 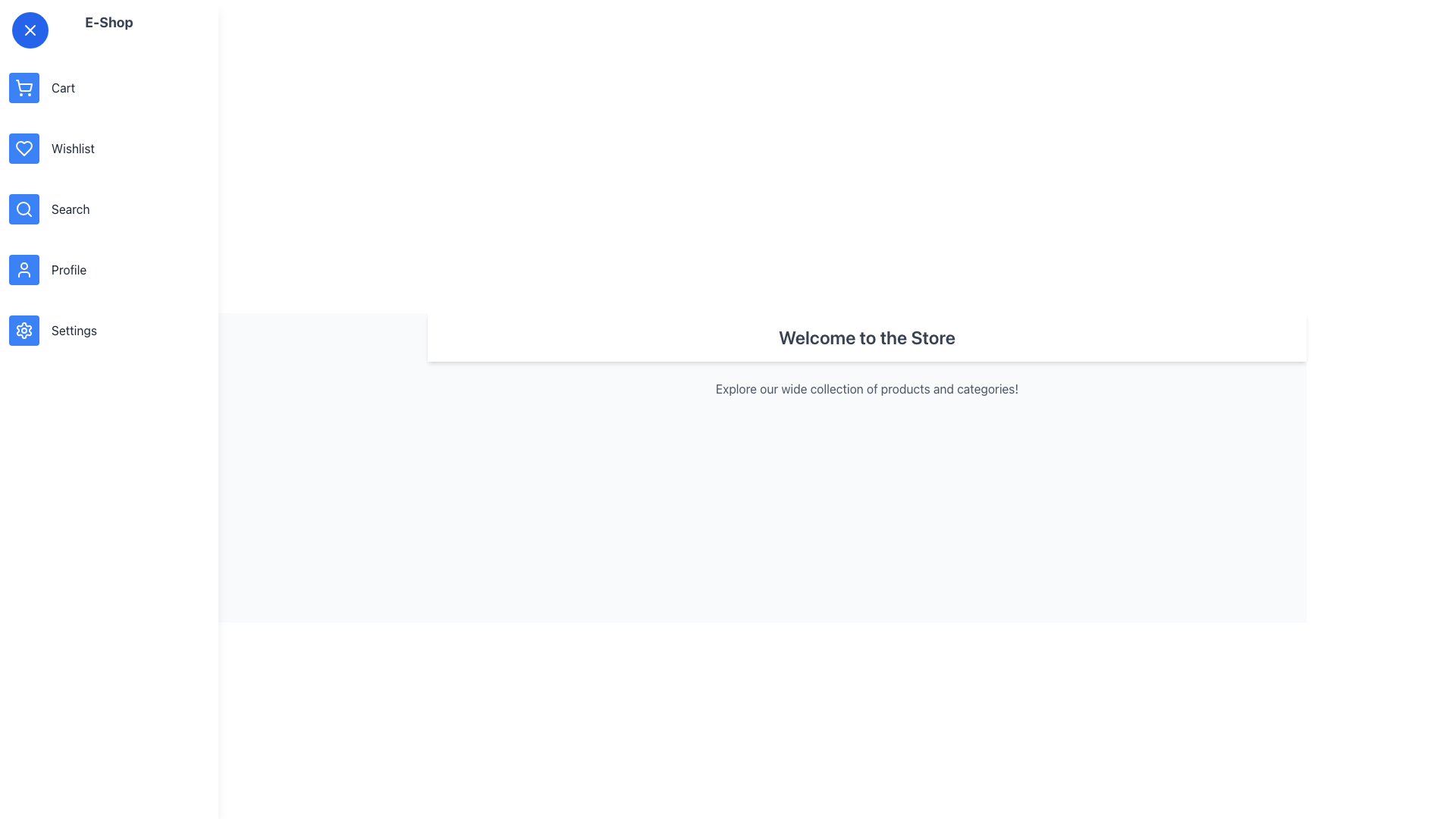 What do you see at coordinates (24, 149) in the screenshot?
I see `the blue heart icon representing the wishlist functionality located in the left-hand side navigation menu, next to the 'Wishlist' label` at bounding box center [24, 149].